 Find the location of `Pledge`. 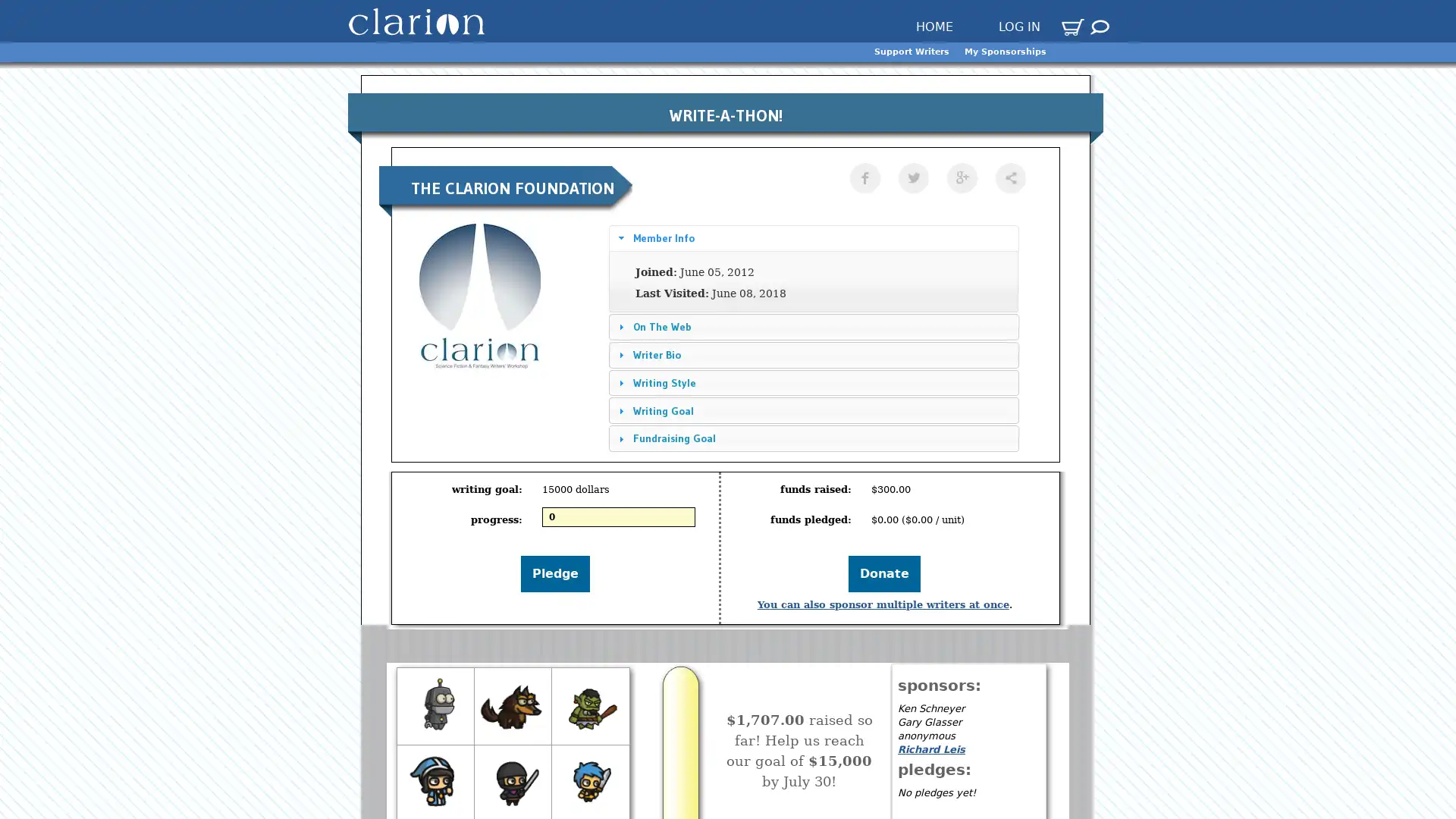

Pledge is located at coordinates (554, 573).